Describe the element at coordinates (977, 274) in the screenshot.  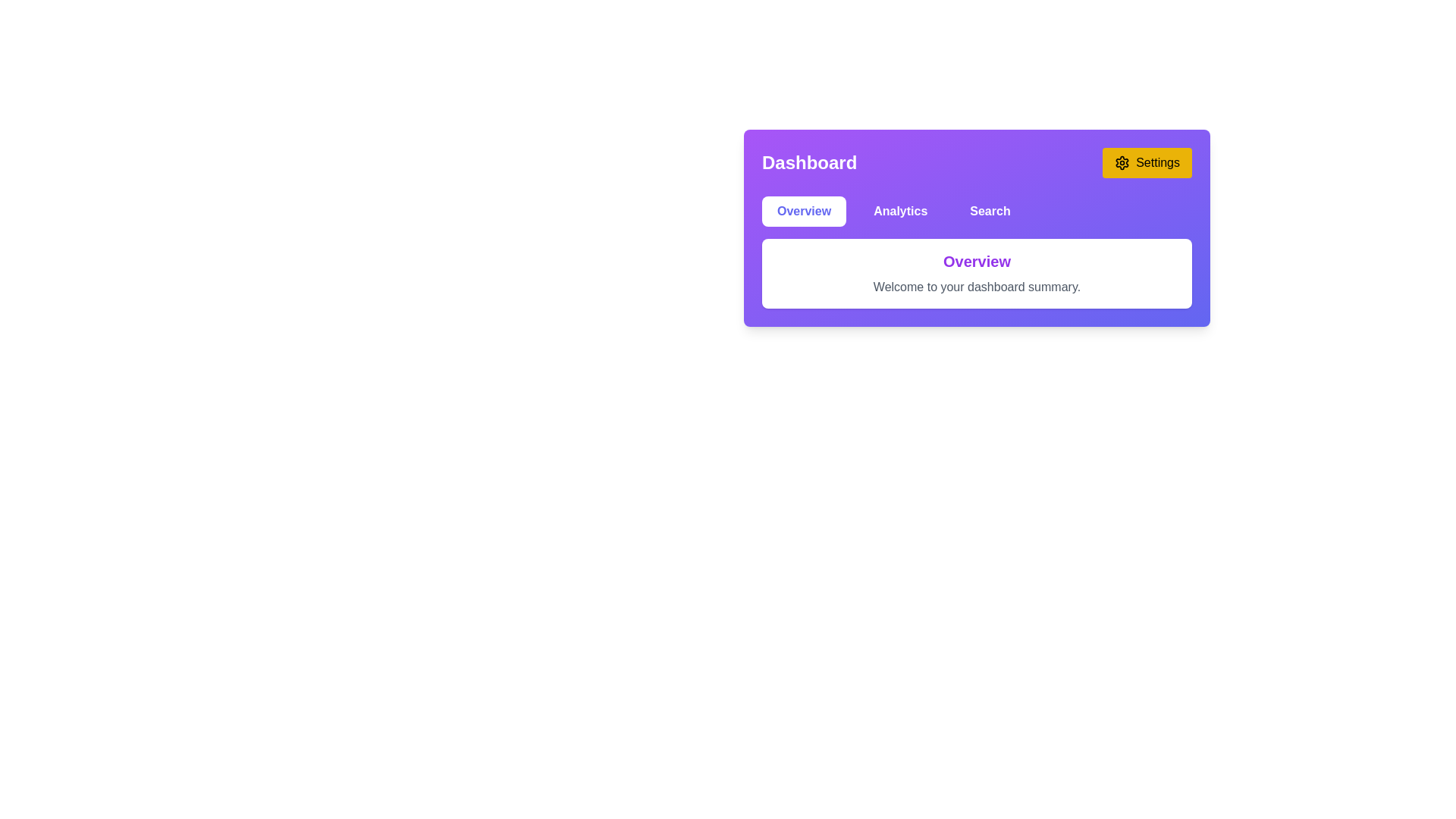
I see `the Text block located in the central region of the dashboard, which provides a summary or greeting and is positioned below the button group` at that location.